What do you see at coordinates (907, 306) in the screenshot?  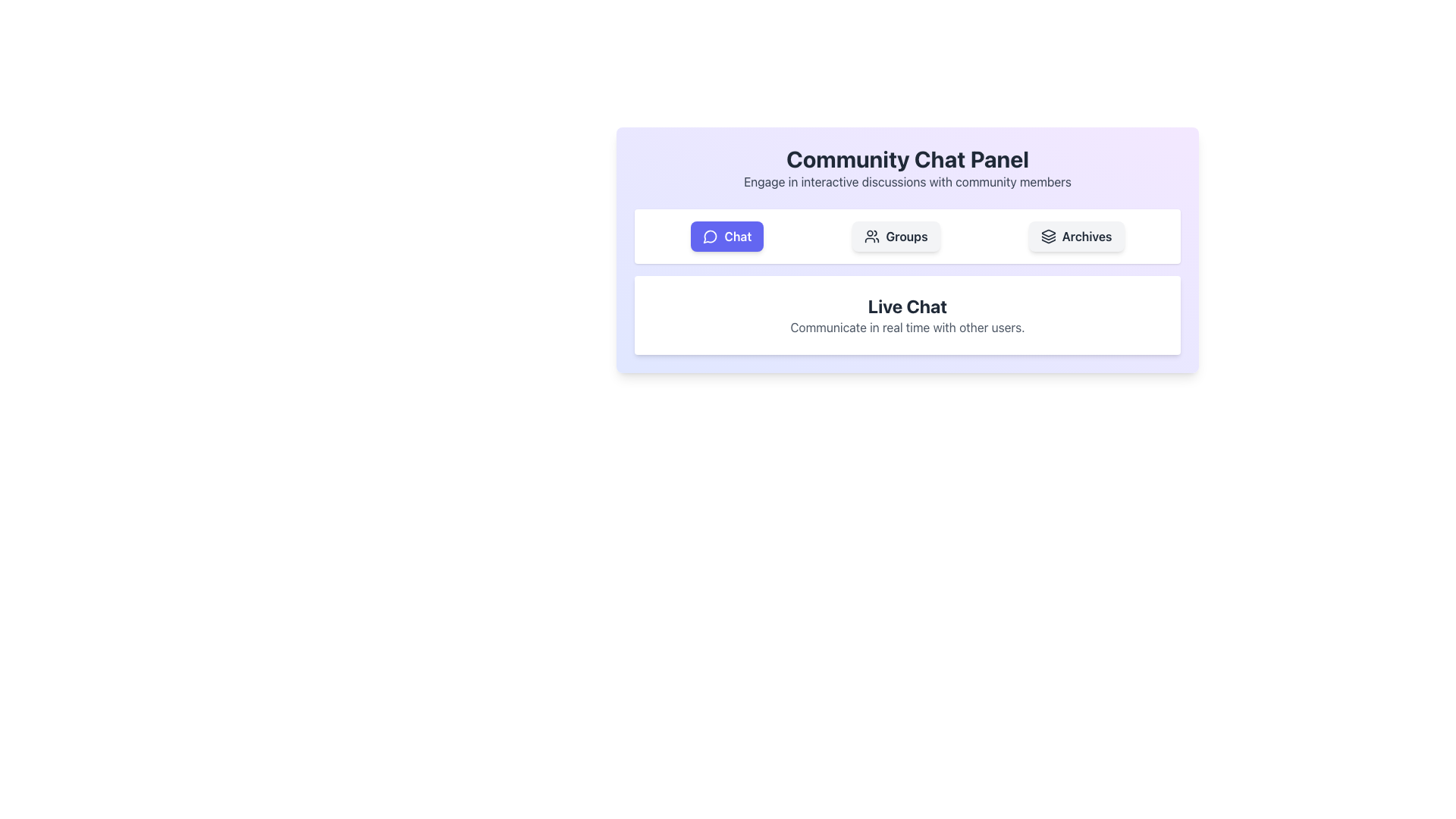 I see `the 'Live Chat' text label, which is a bold and large header displayed in a dark color, located prominently above the descriptive text in the Community Chat Panel` at bounding box center [907, 306].